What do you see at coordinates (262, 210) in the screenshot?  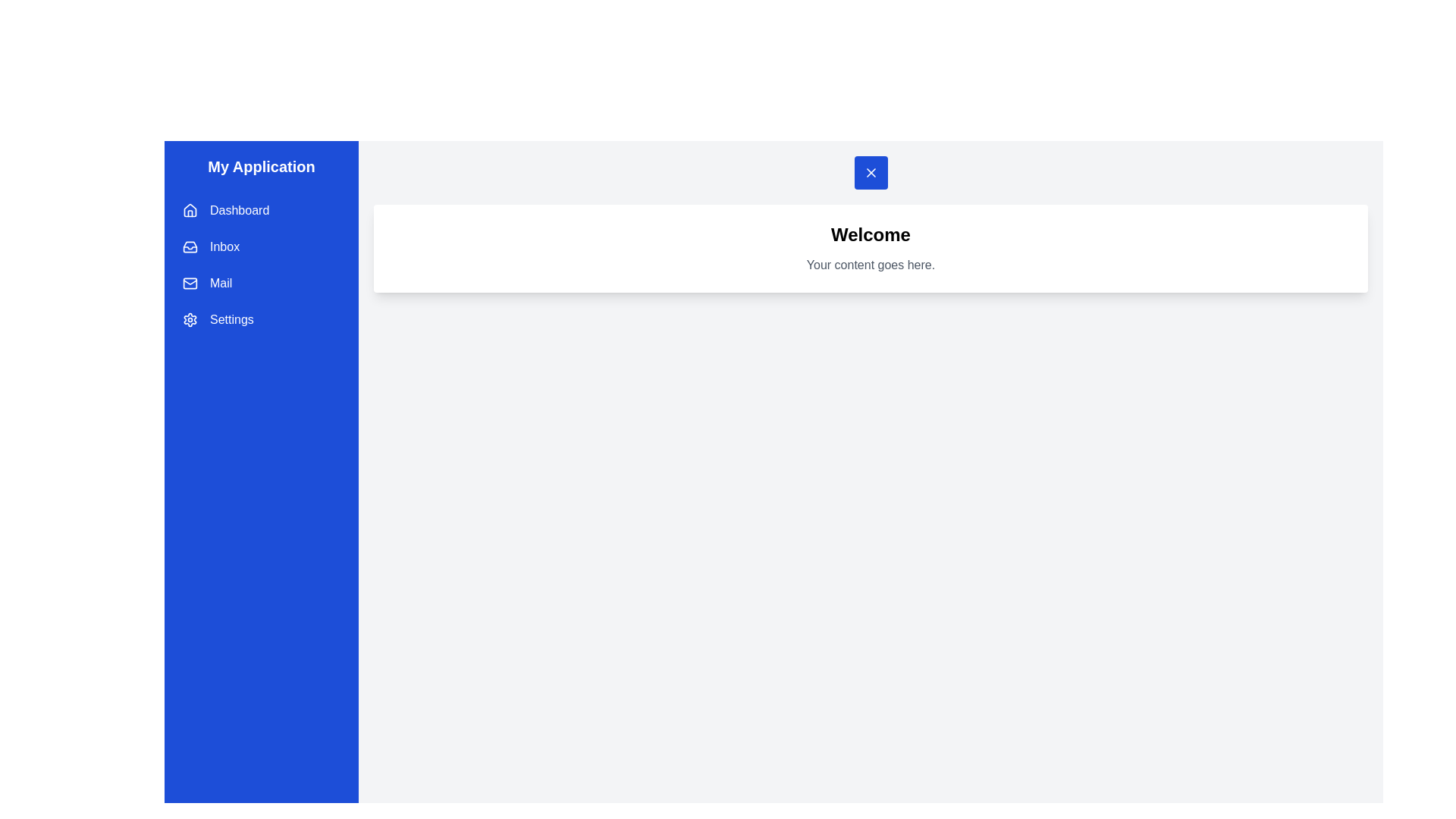 I see `the drawer menu item labeled Dashboard` at bounding box center [262, 210].